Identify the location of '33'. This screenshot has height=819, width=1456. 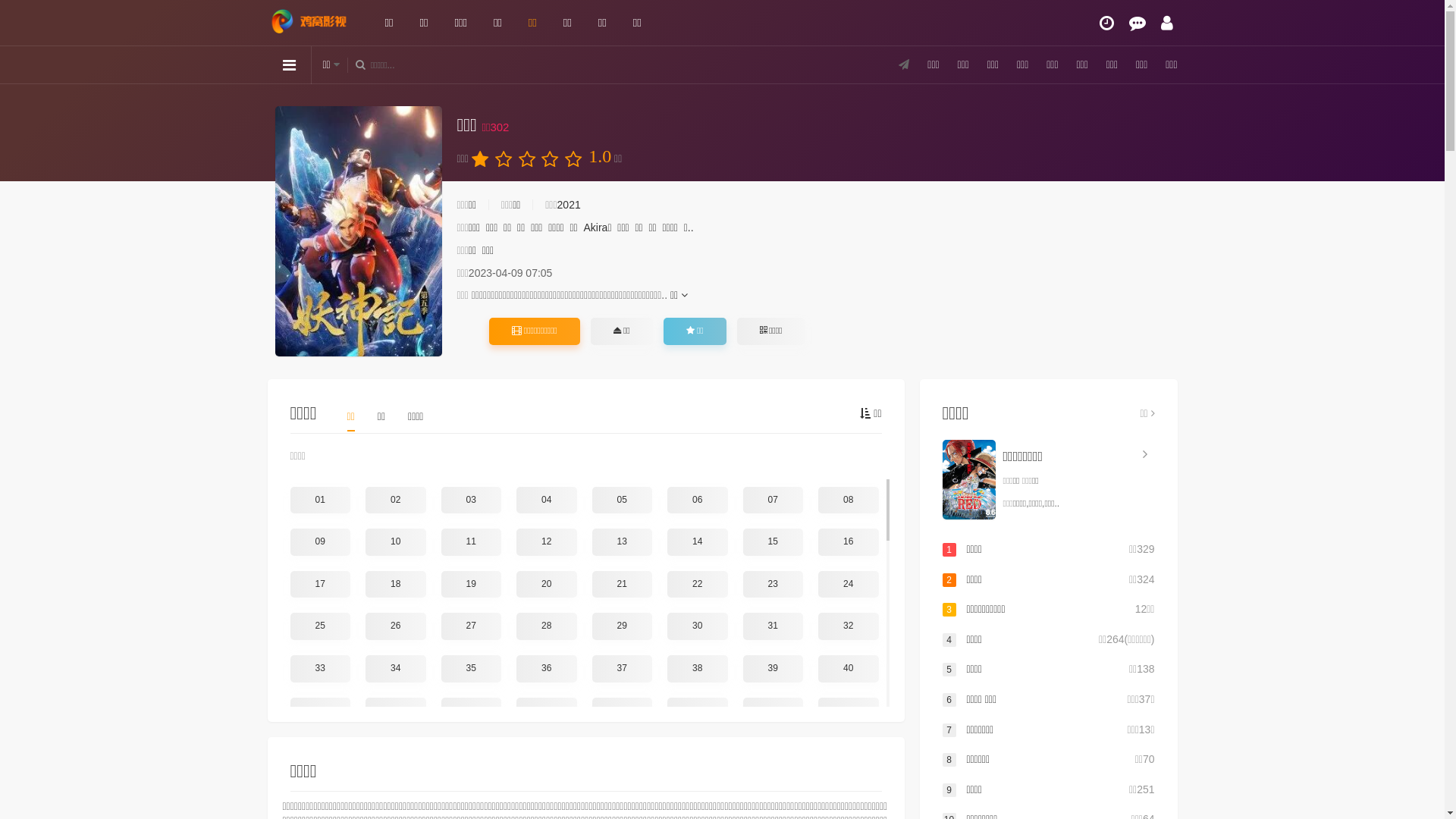
(319, 668).